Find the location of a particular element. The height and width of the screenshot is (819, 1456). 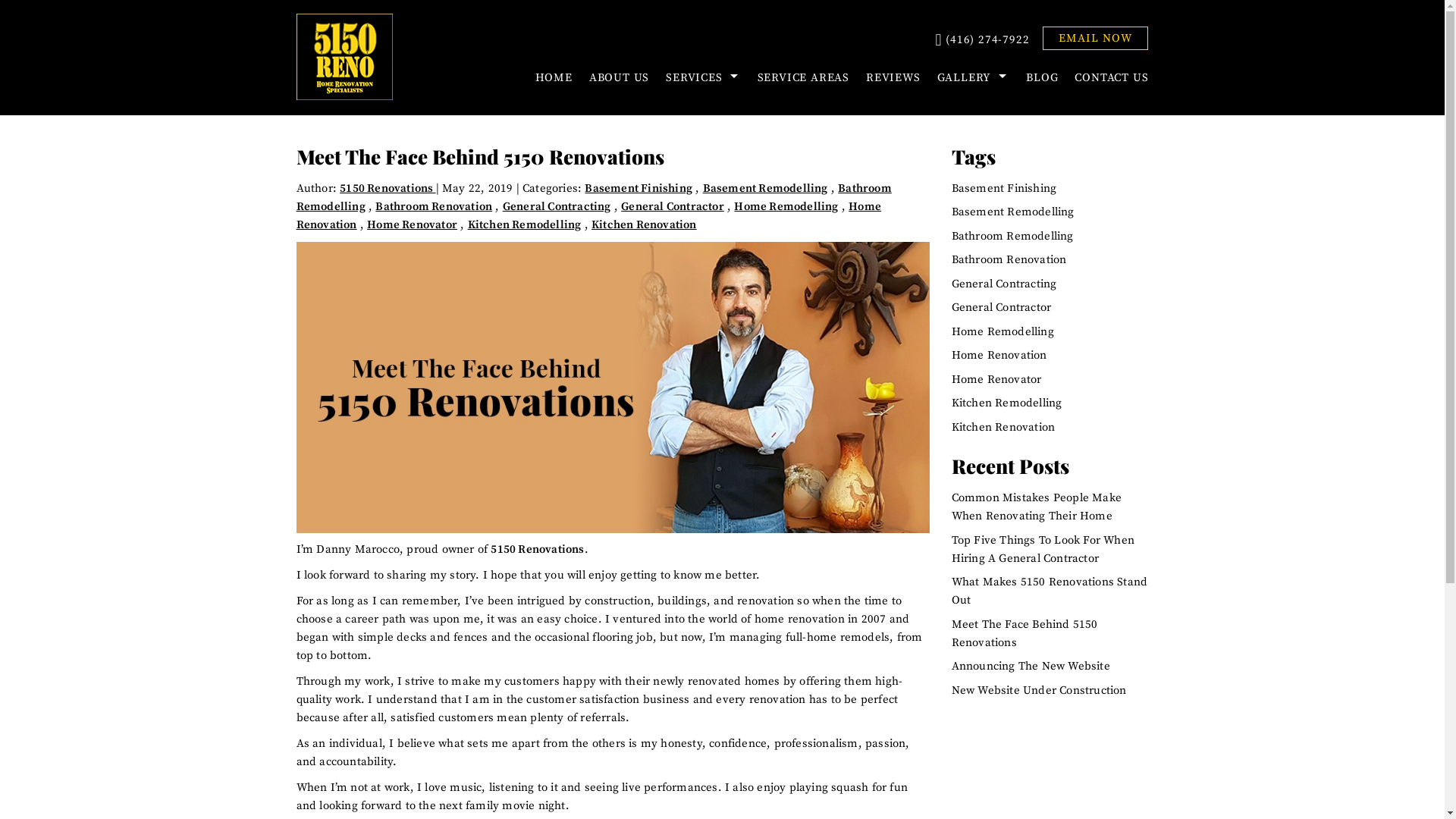

'BLOG' is located at coordinates (1040, 77).